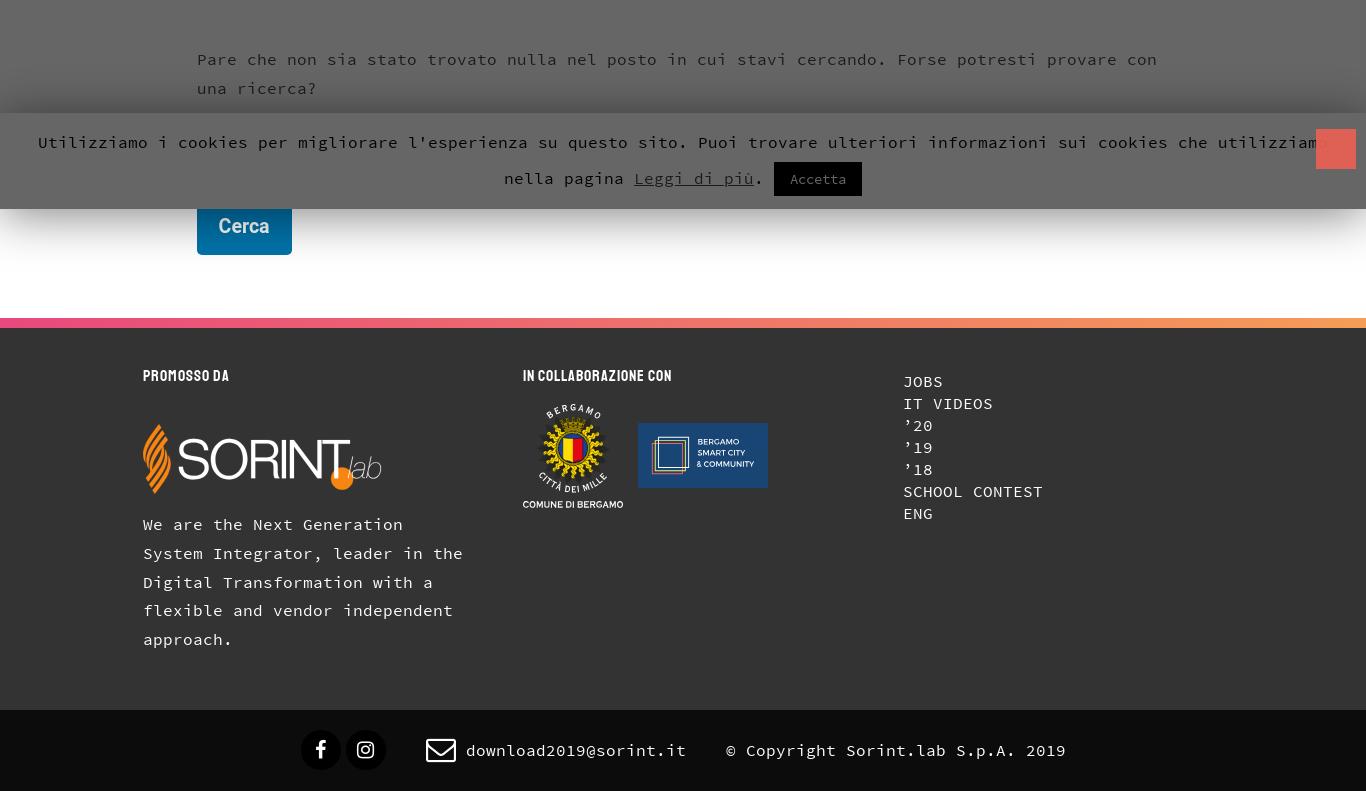 The image size is (1366, 791). Describe the element at coordinates (900, 512) in the screenshot. I see `'Eng'` at that location.